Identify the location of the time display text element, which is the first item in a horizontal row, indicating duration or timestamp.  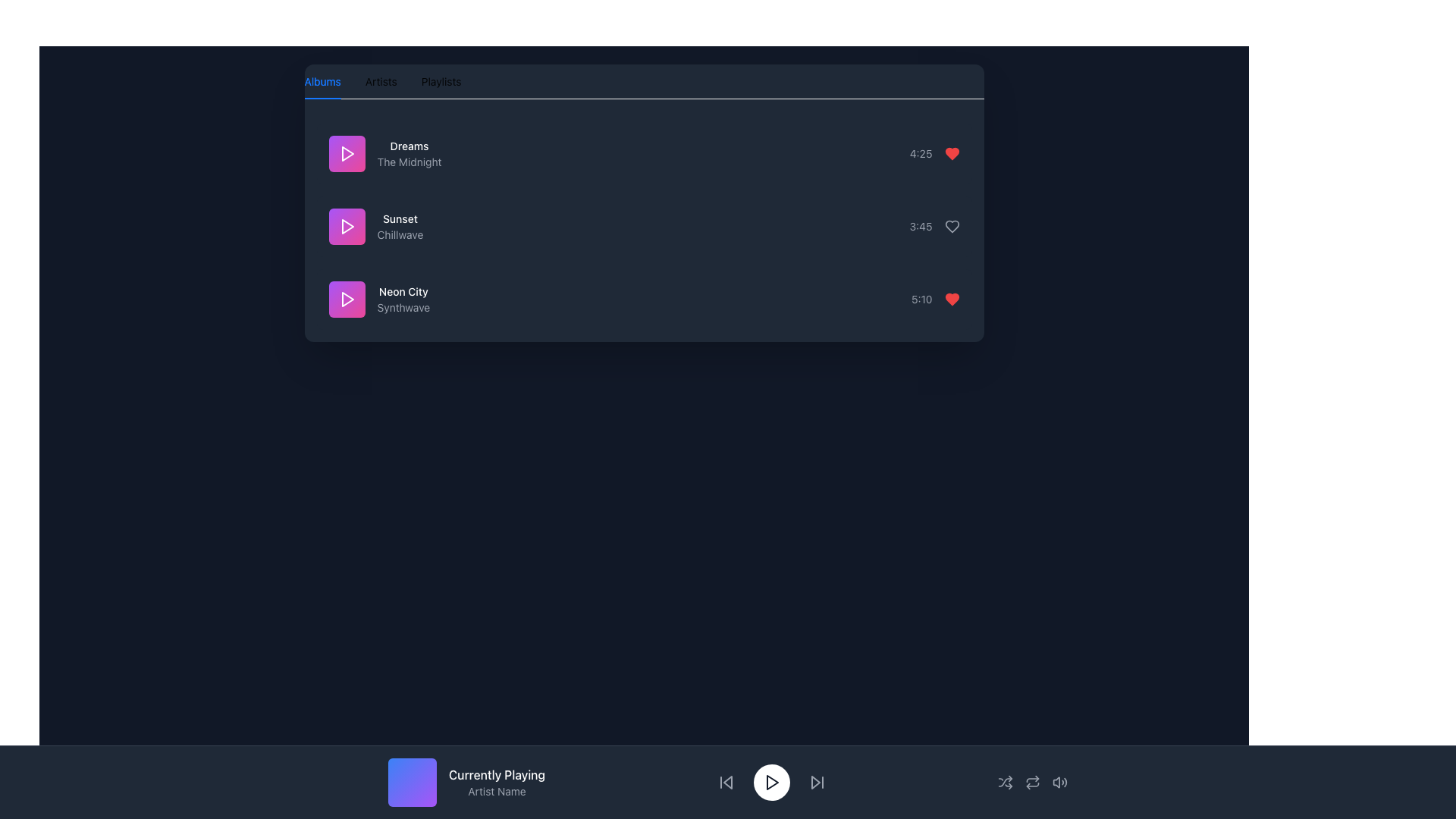
(921, 299).